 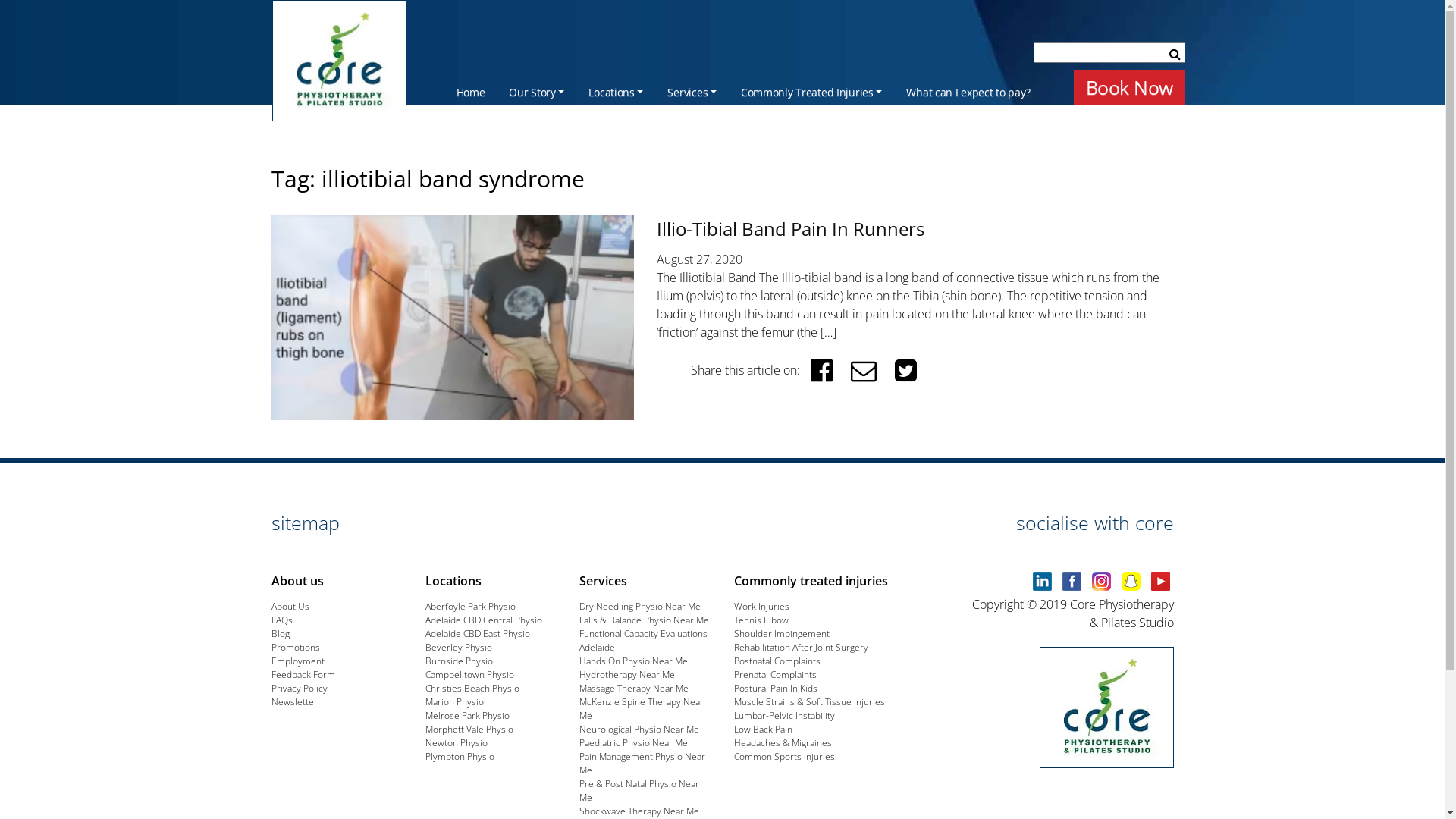 What do you see at coordinates (469, 728) in the screenshot?
I see `'Morphett Vale Physio'` at bounding box center [469, 728].